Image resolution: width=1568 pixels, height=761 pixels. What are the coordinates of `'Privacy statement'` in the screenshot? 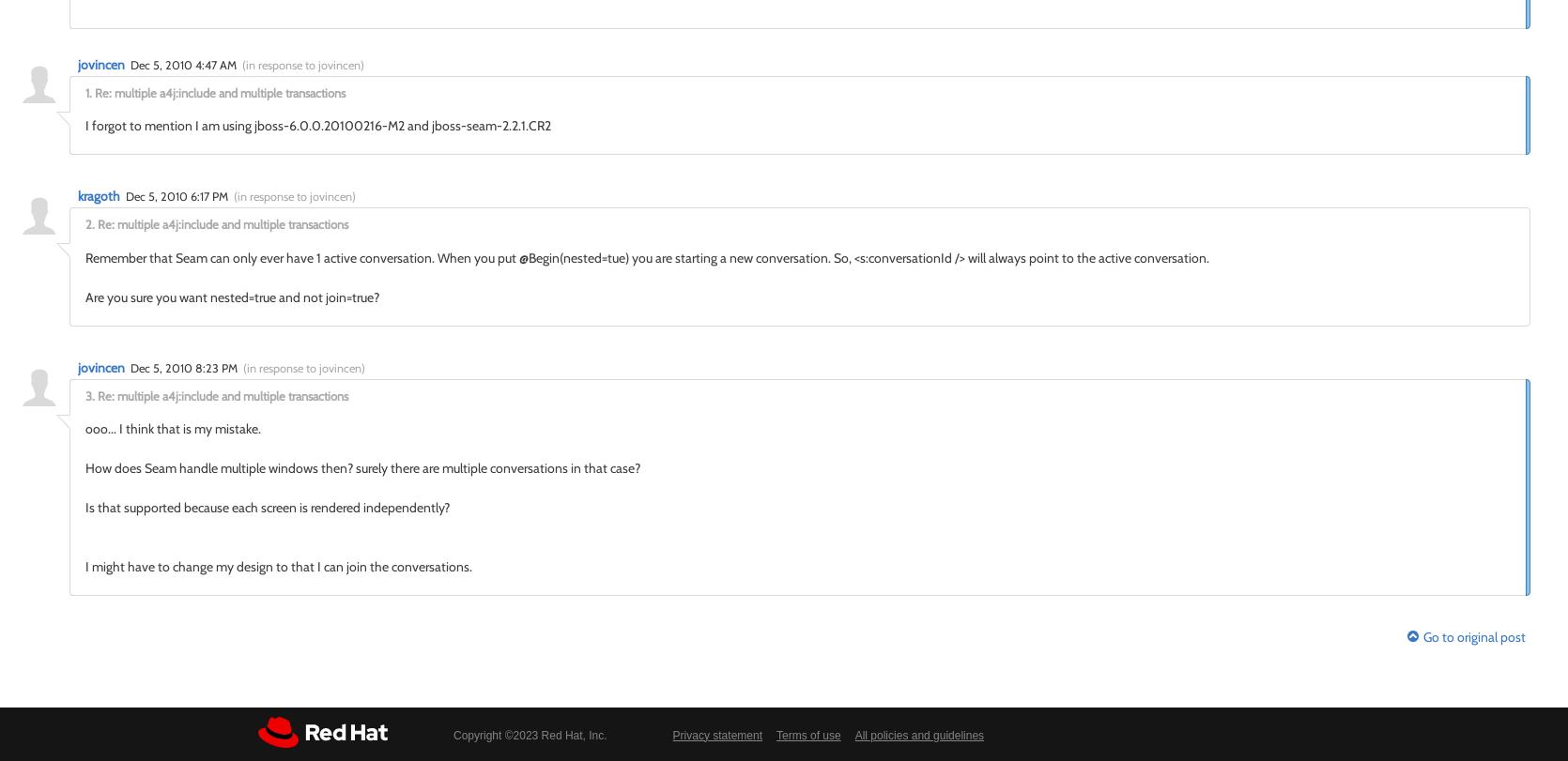 It's located at (715, 734).